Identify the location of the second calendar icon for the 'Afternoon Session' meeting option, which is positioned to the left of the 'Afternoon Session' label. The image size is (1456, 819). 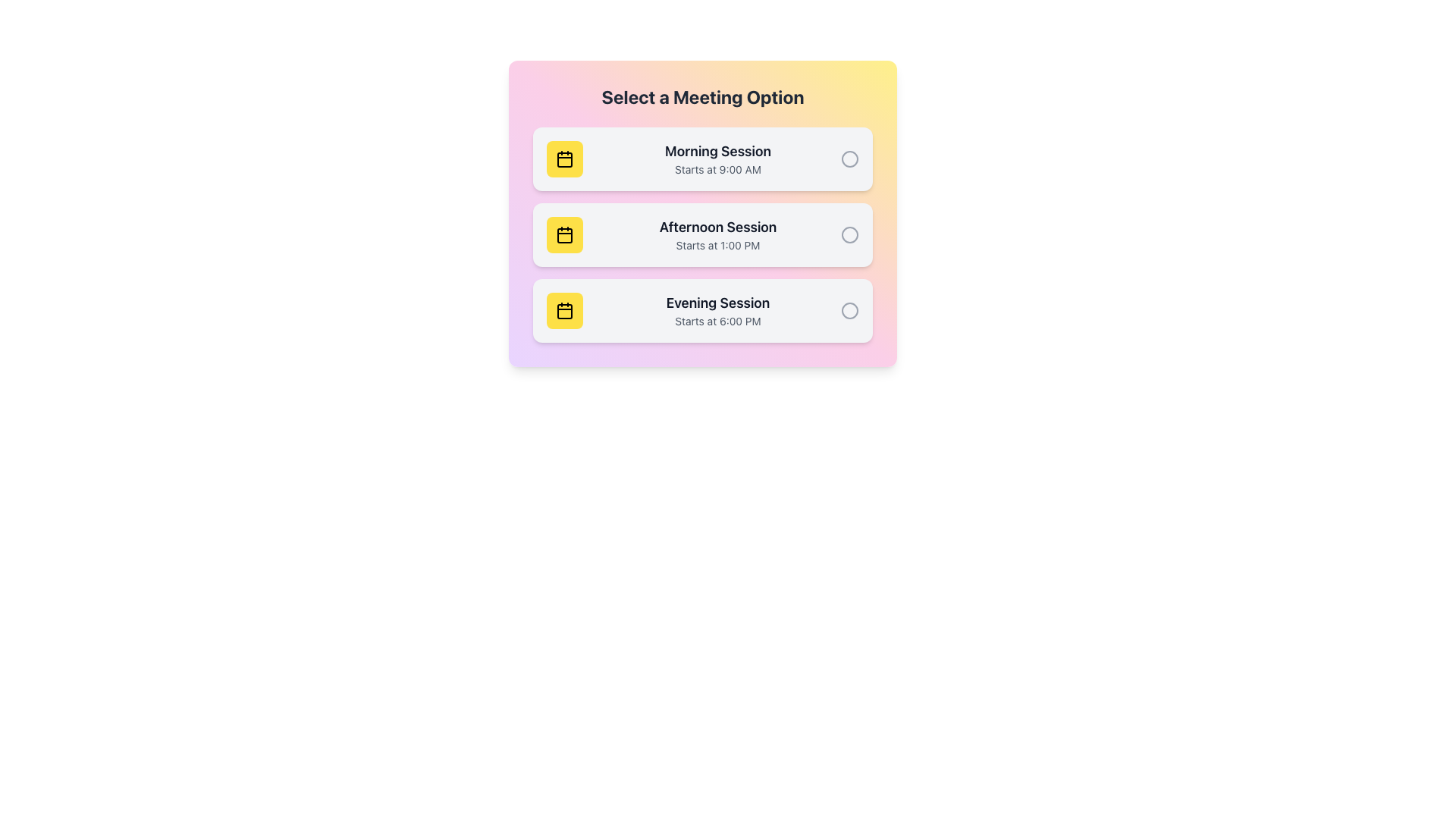
(563, 236).